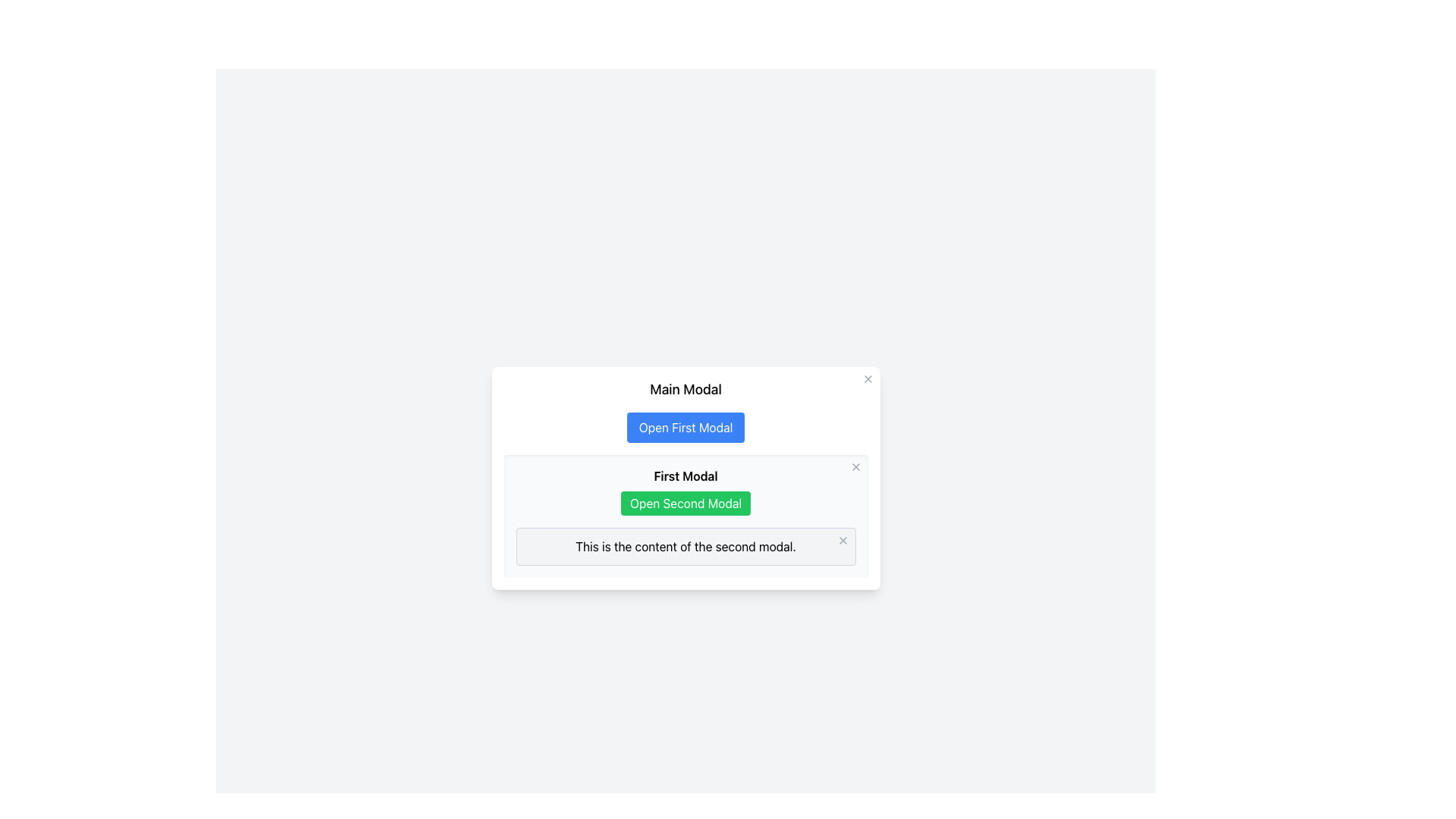 Image resolution: width=1456 pixels, height=819 pixels. Describe the element at coordinates (855, 466) in the screenshot. I see `the close button of the 'First Modal' dialog, located at the top-right corner of the modal, adjacent to the 'Open Second Modal' button` at that location.